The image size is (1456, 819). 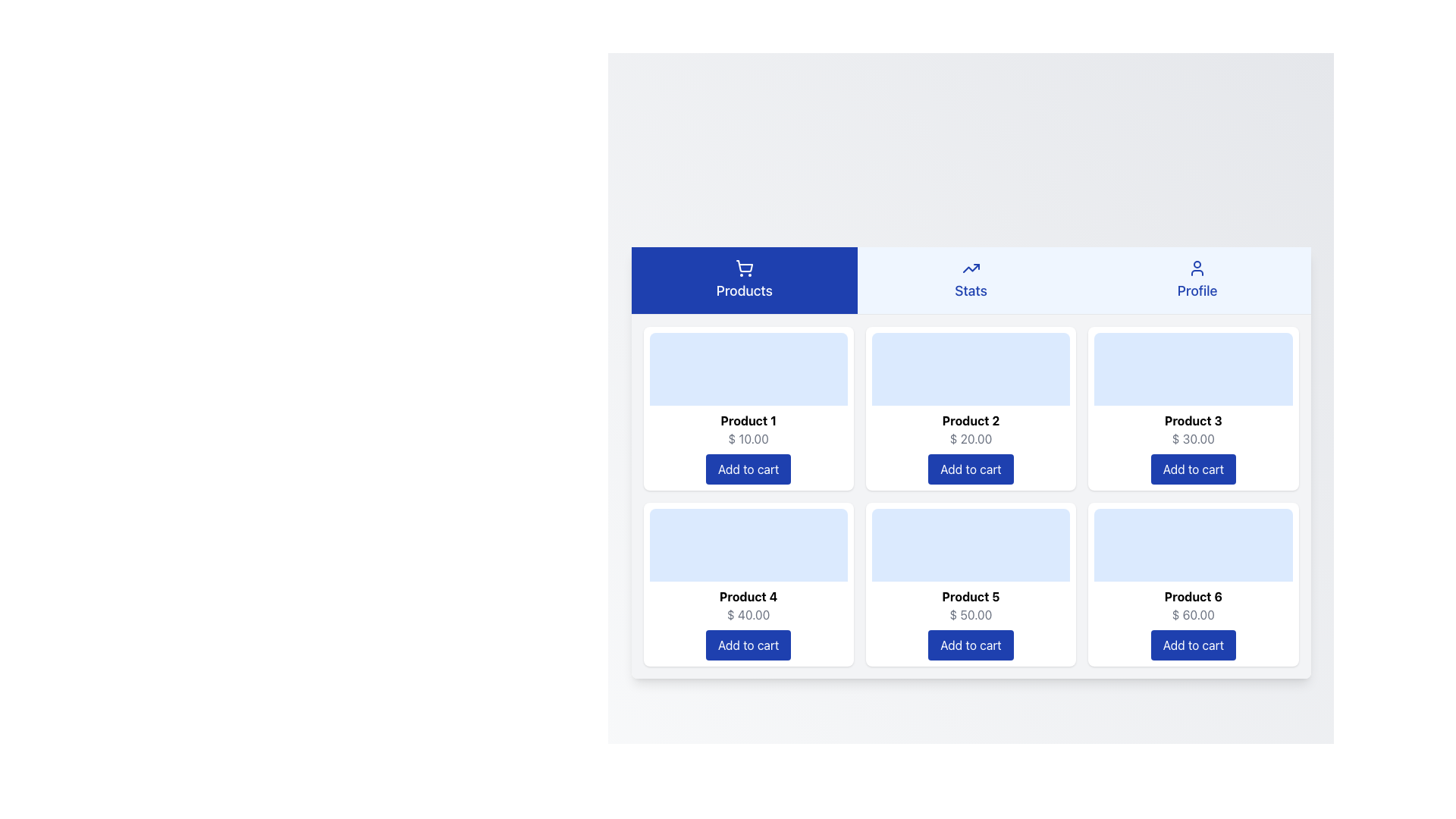 I want to click on the button allowing users to add 'Product 2' to their shopping cart, which is located below the product name and price, so click(x=971, y=468).